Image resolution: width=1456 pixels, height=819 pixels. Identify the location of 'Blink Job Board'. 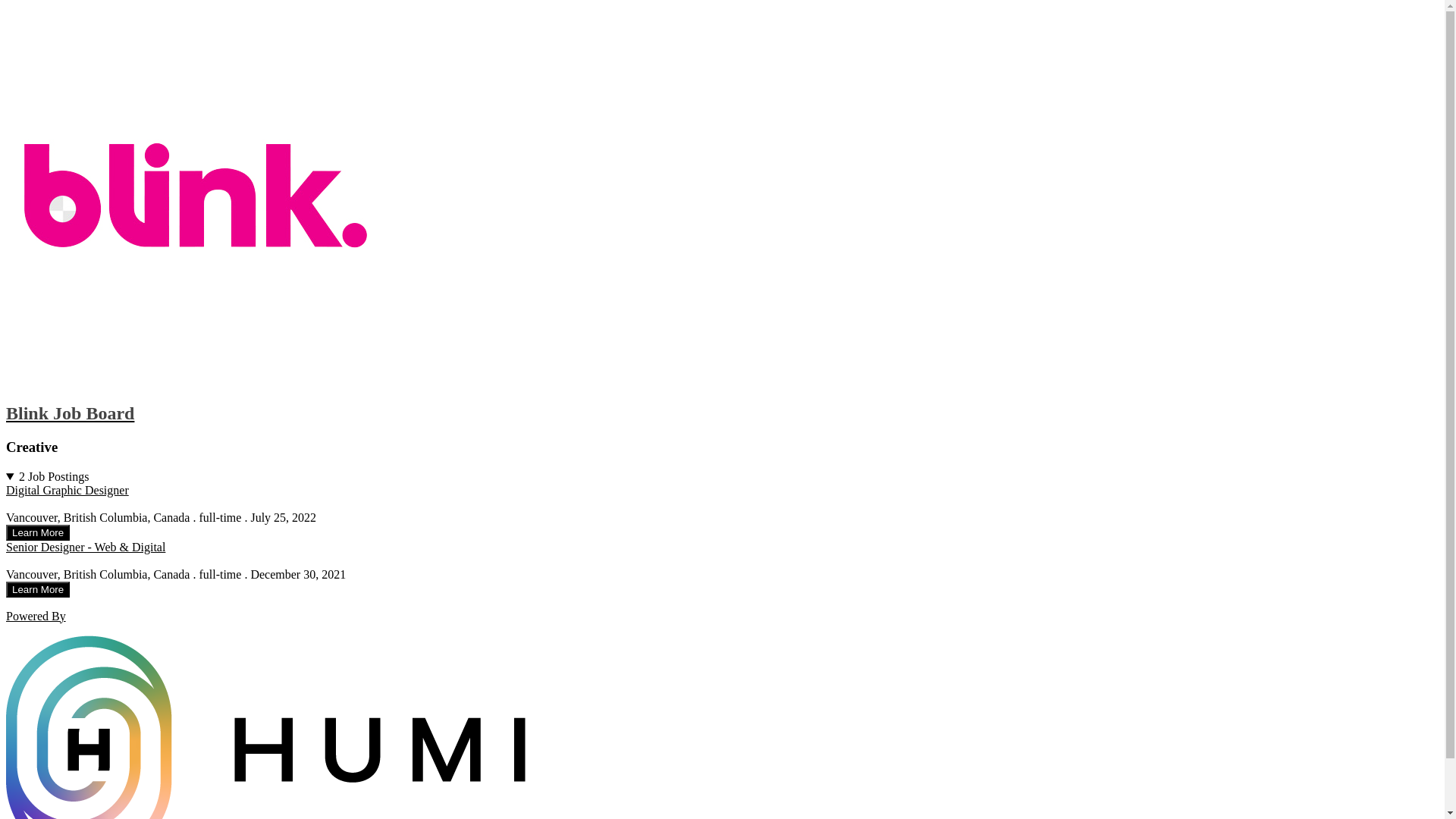
(721, 215).